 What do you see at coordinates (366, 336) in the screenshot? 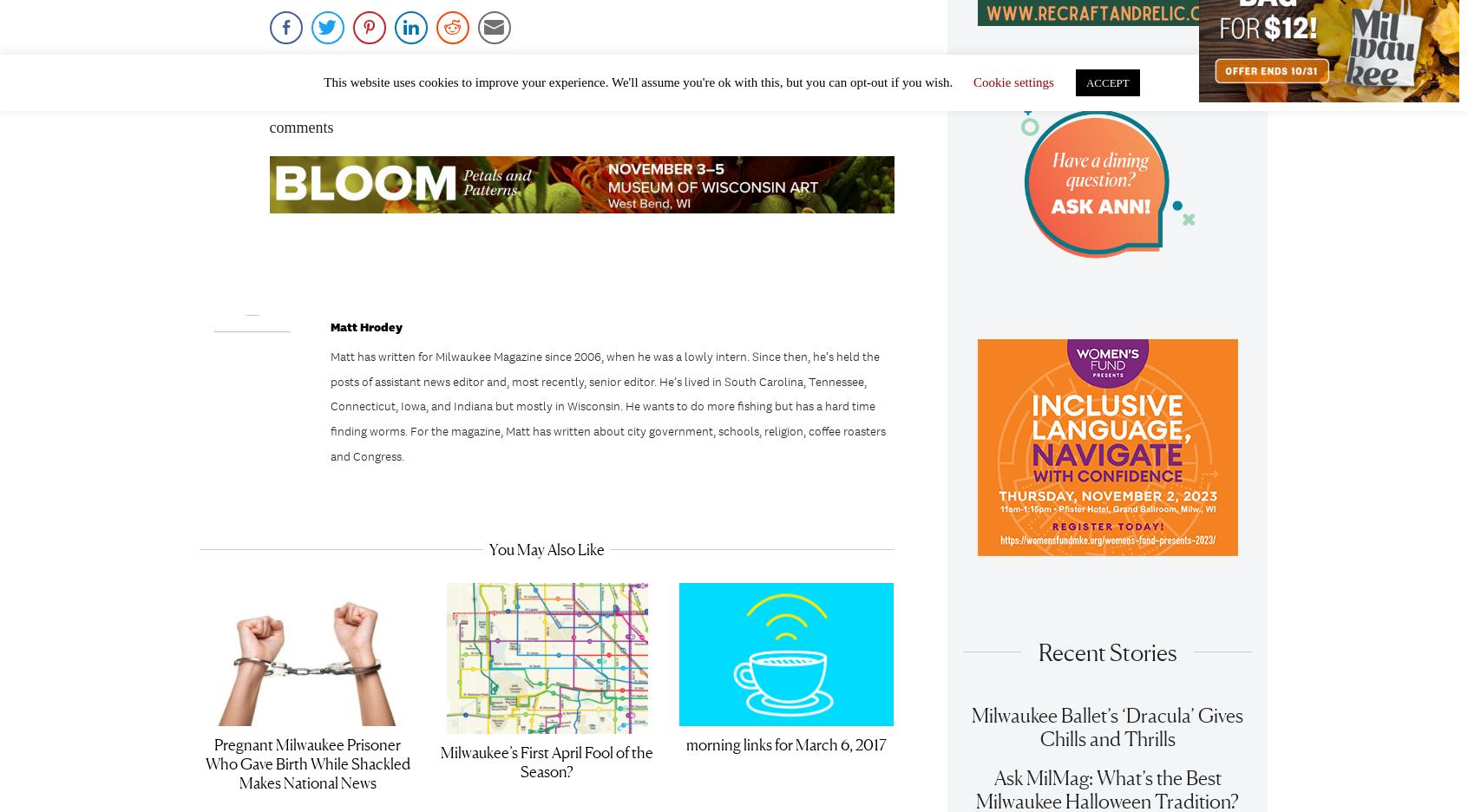
I see `'Matt Hrodey'` at bounding box center [366, 336].